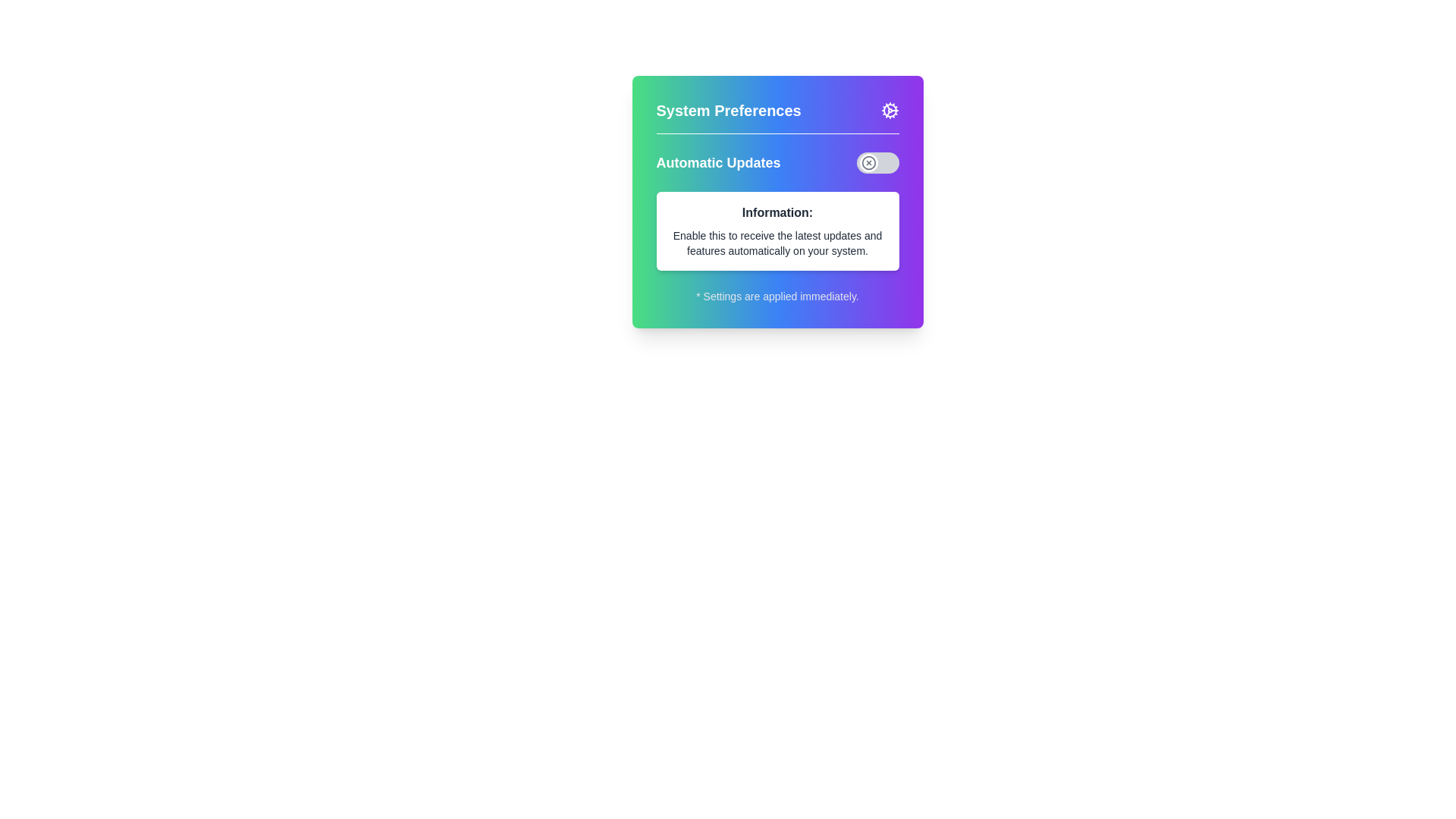  I want to click on the informational text block displaying 'Information:' and the paragraph about receiving updates, so click(777, 231).